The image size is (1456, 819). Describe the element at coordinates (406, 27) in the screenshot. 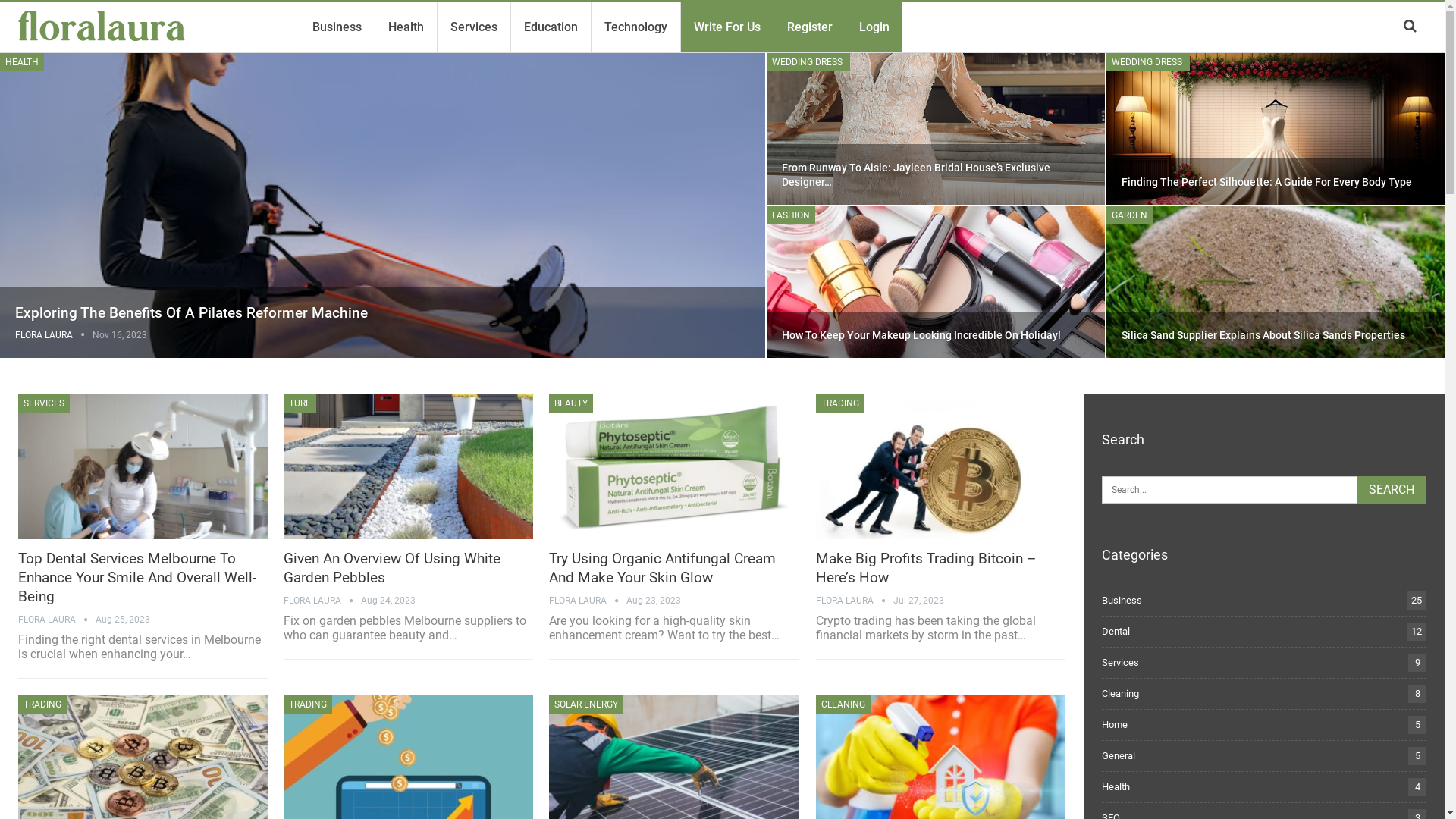

I see `'Health'` at that location.